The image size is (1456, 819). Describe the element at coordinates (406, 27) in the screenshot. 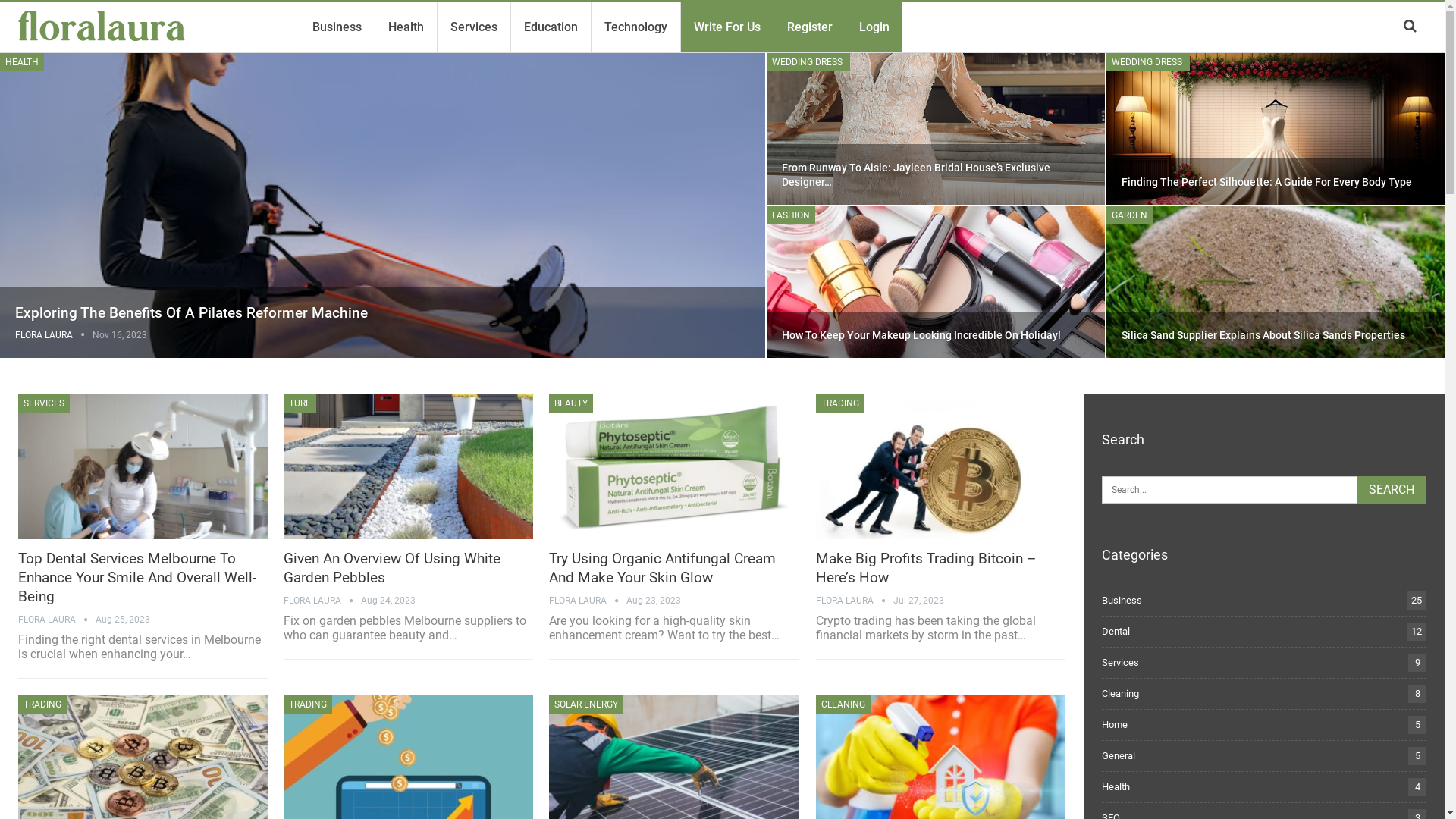

I see `'Health'` at that location.